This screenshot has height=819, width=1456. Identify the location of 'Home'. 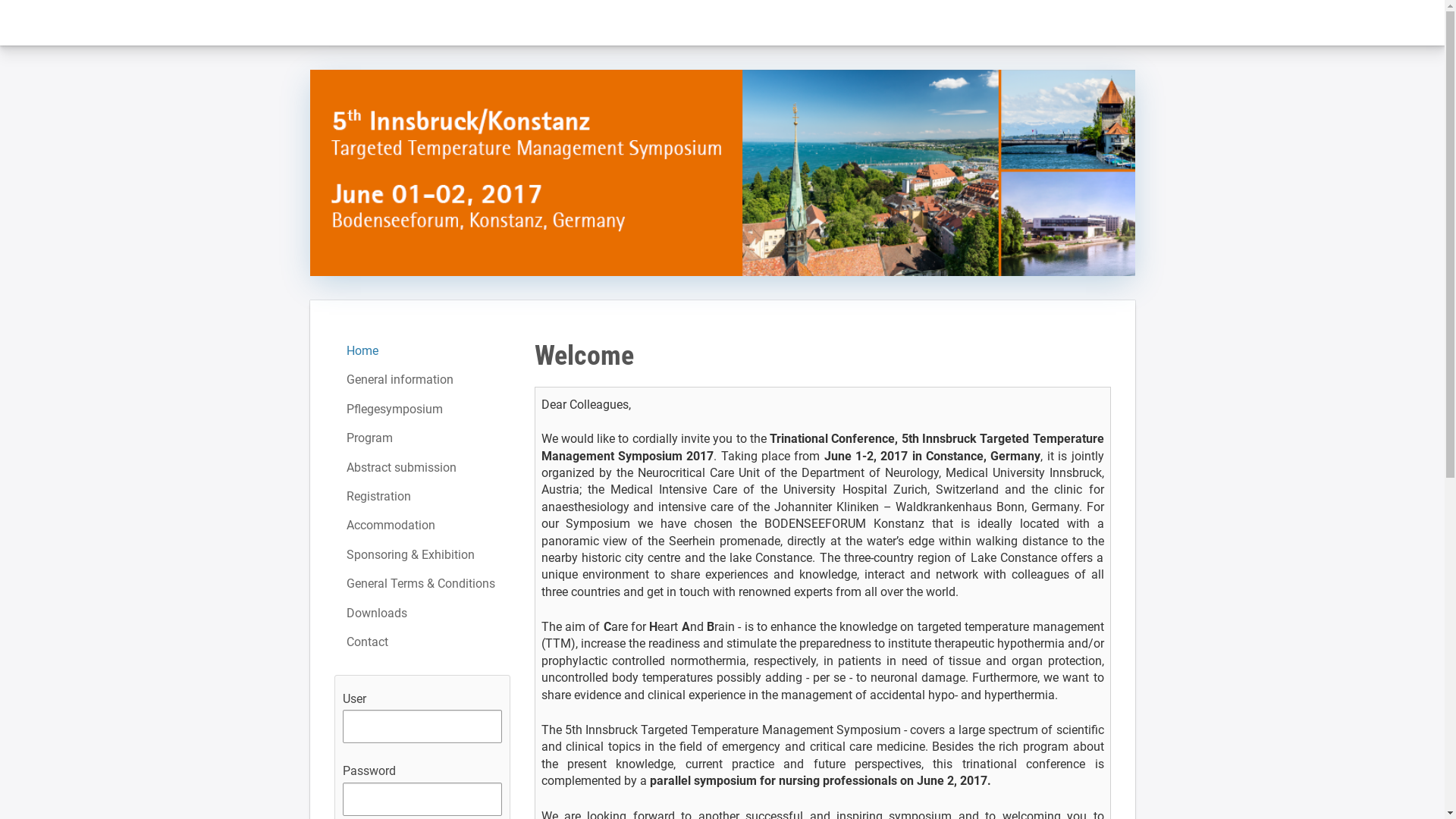
(333, 350).